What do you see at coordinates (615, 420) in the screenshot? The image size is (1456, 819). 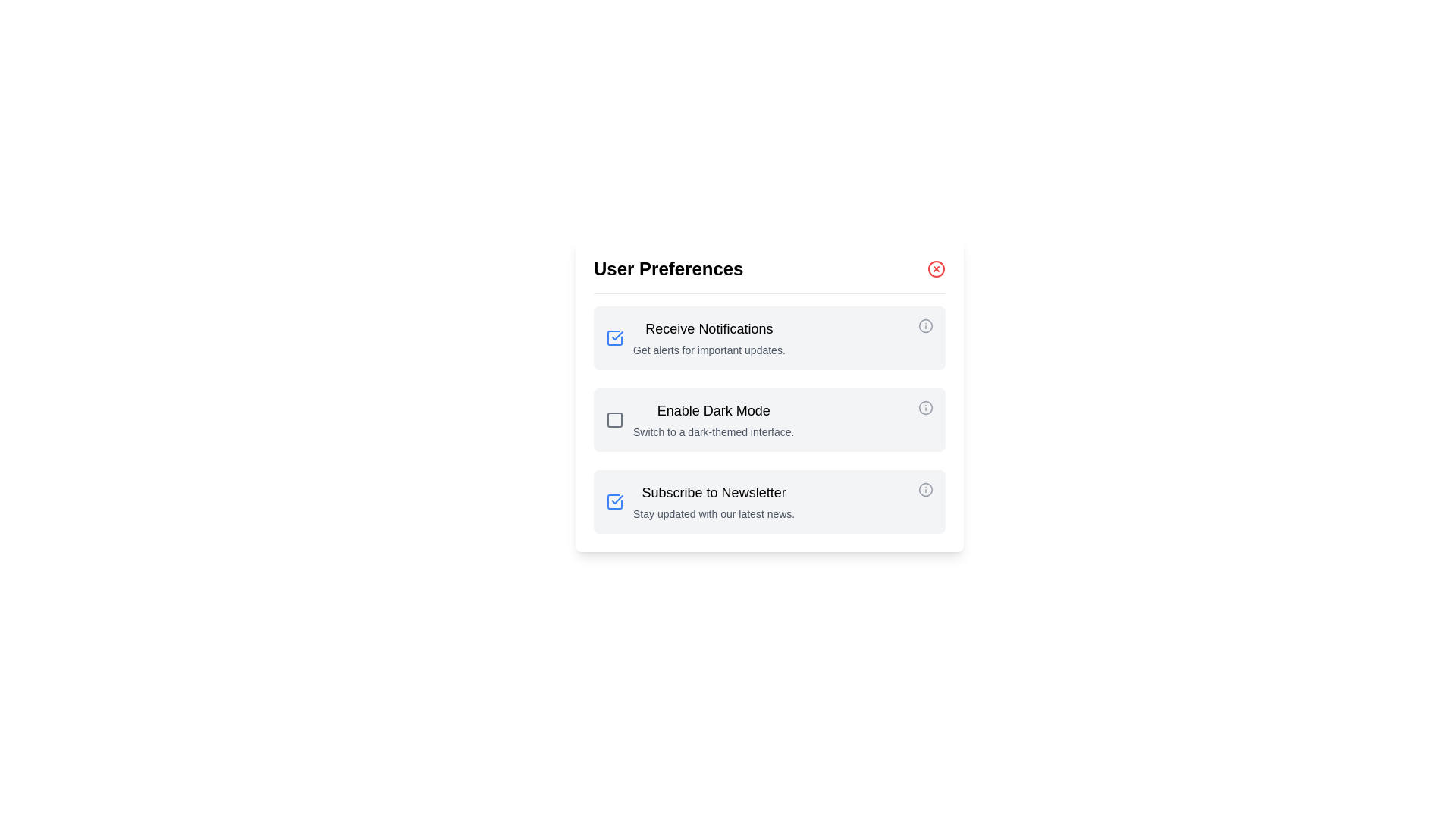 I see `the small square-shaped UI element with rounded corners located to the left of the 'Enable Dark Mode' text in the second option of the 'User Preferences' list` at bounding box center [615, 420].